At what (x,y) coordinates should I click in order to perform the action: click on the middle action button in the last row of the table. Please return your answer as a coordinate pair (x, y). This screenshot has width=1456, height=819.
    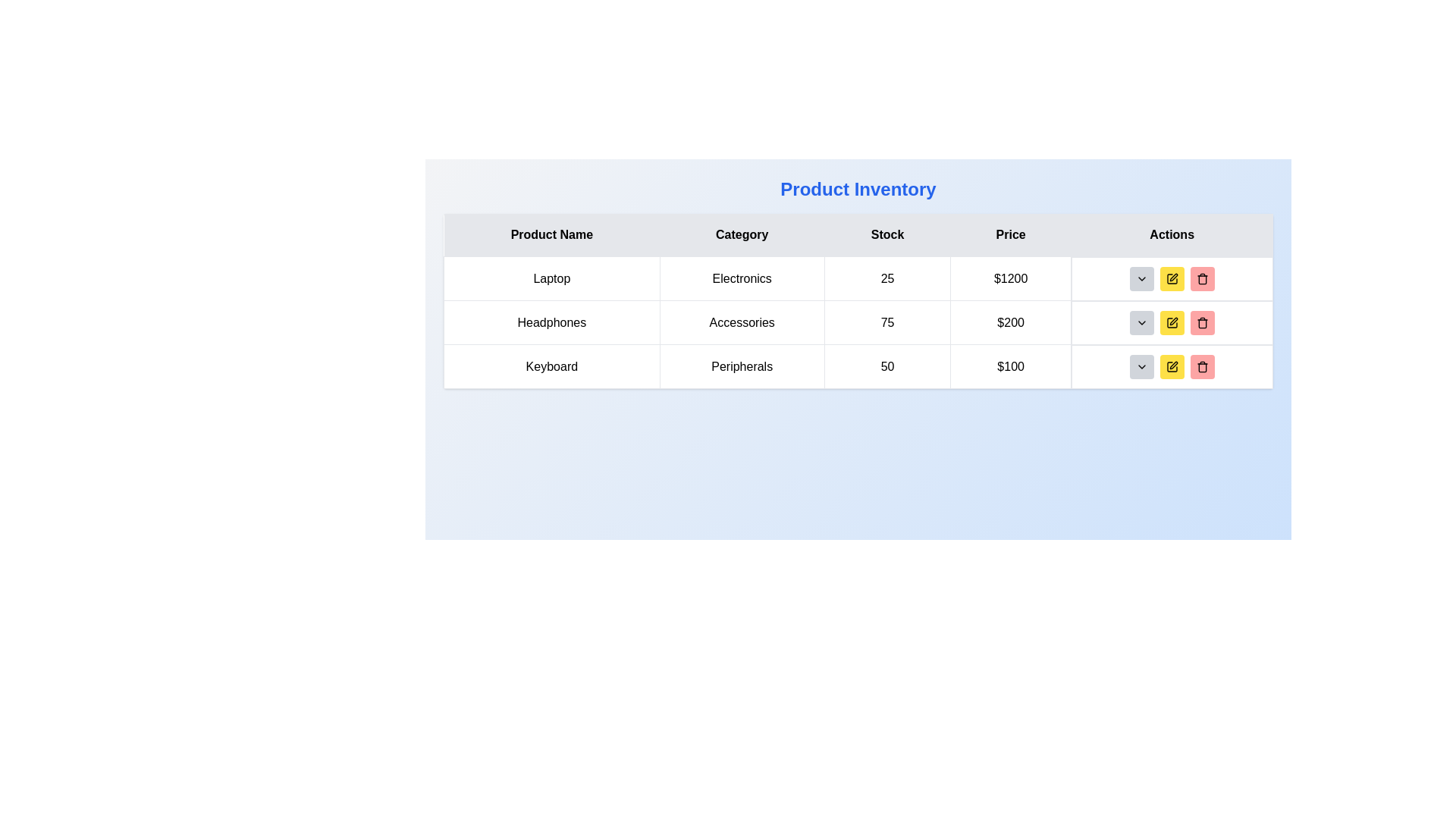
    Looking at the image, I should click on (1171, 366).